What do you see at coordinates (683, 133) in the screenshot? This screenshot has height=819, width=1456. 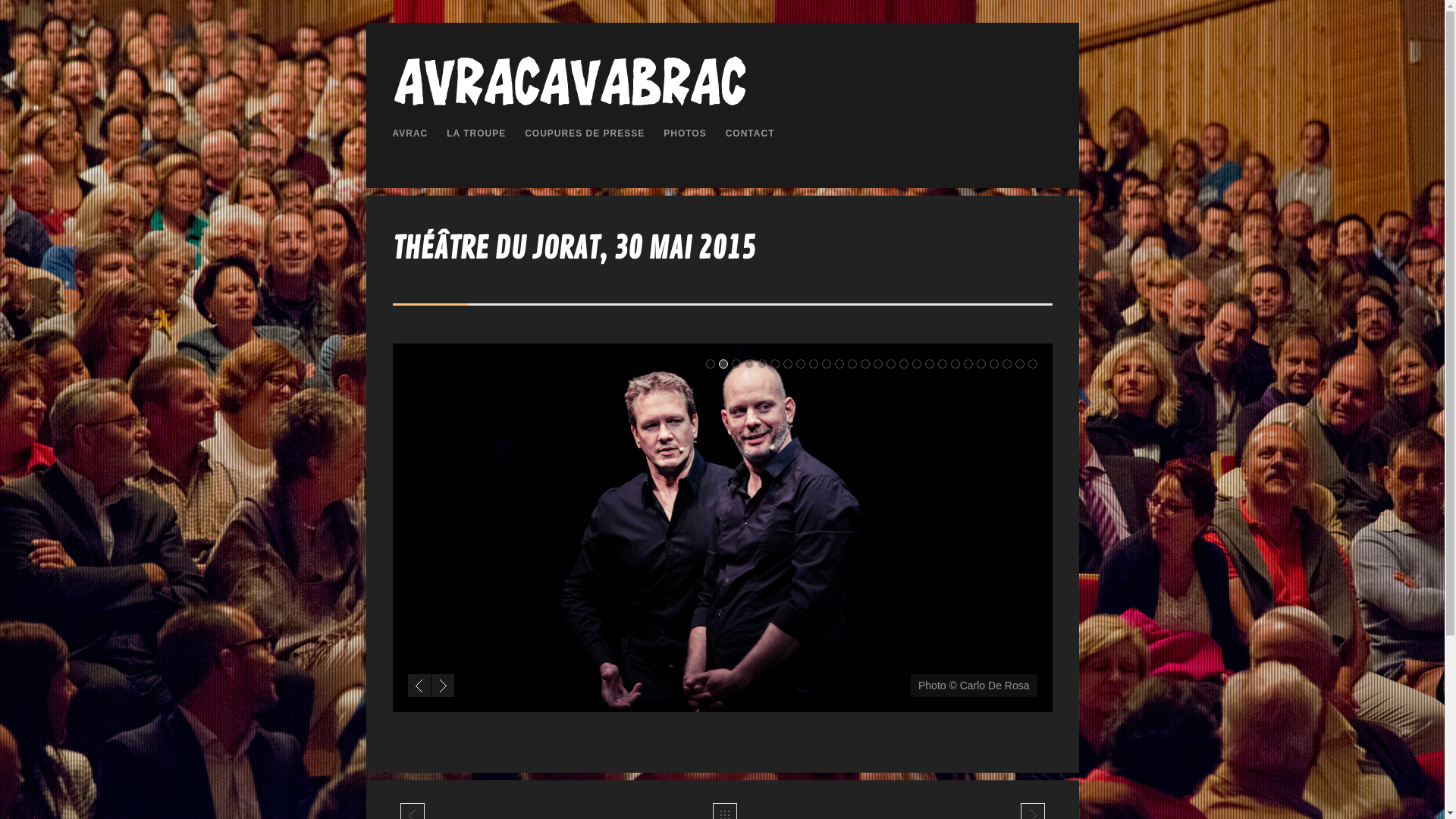 I see `'PHOTOS'` at bounding box center [683, 133].